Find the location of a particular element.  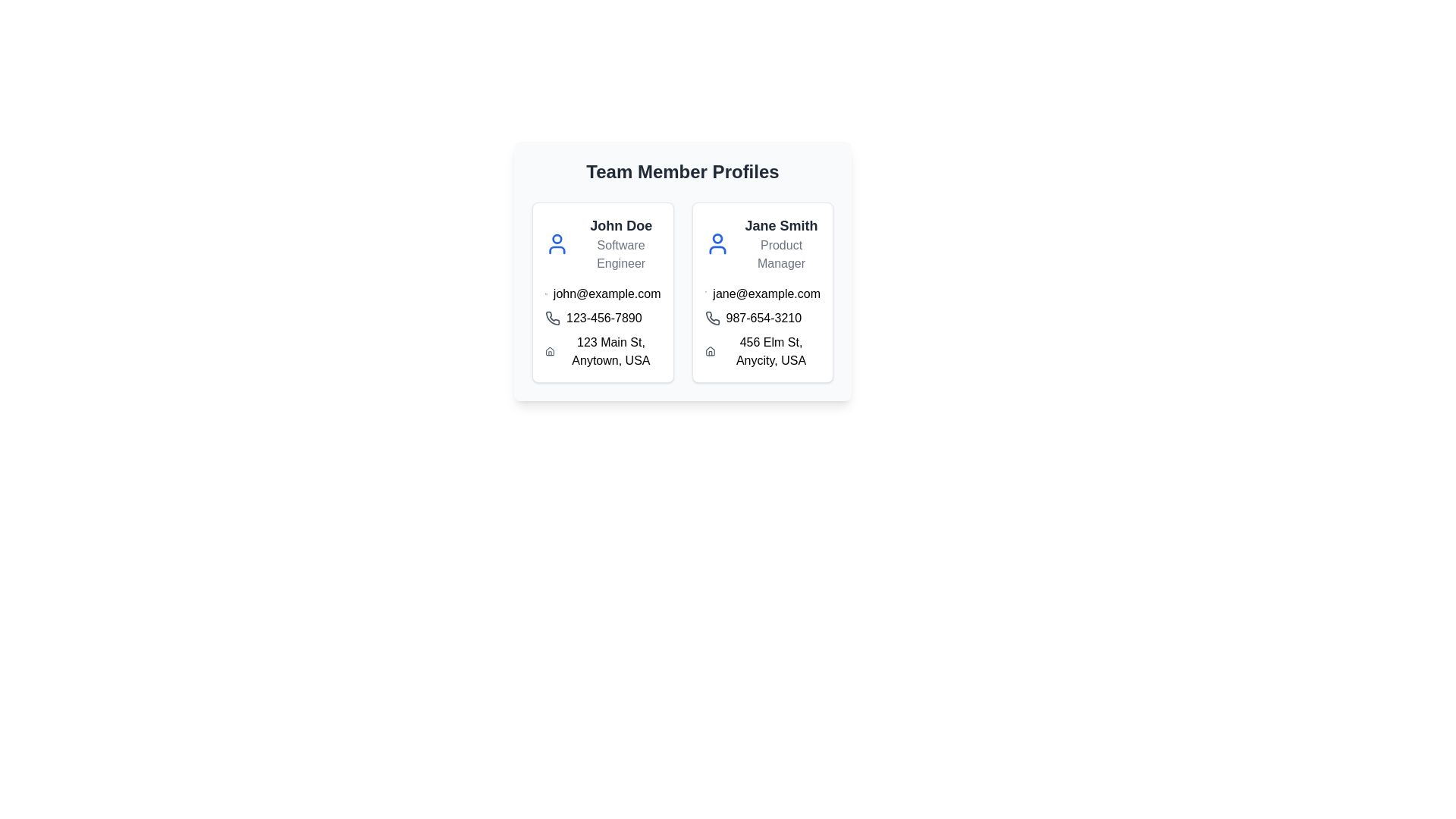

the phone number '123-456-7890' element with the accompanying phone handset icon, which is centrally aligned under the header 'John Doe' in the left card of a two-column layout is located at coordinates (602, 318).